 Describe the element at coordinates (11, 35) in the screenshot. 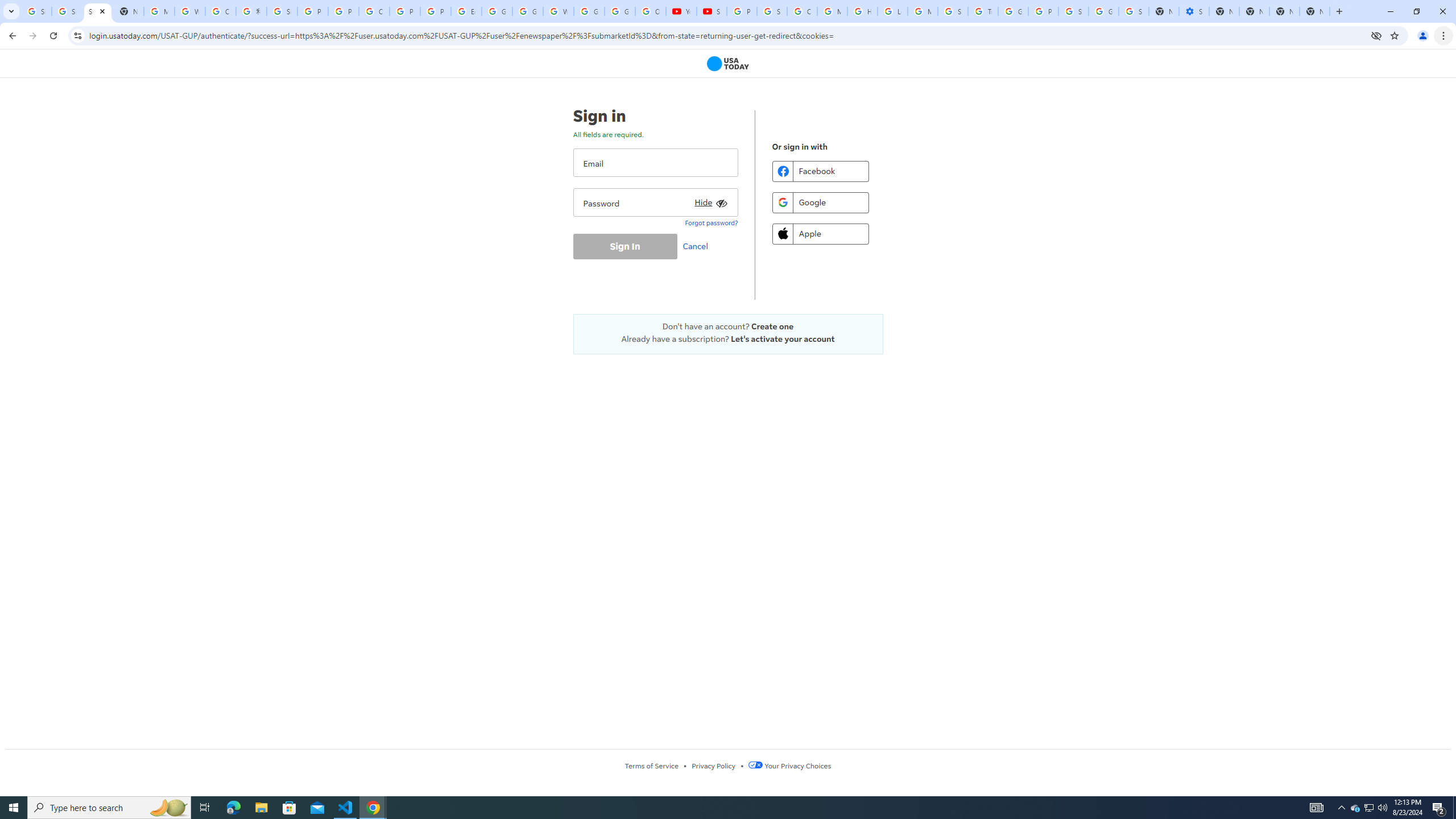

I see `'Back'` at that location.